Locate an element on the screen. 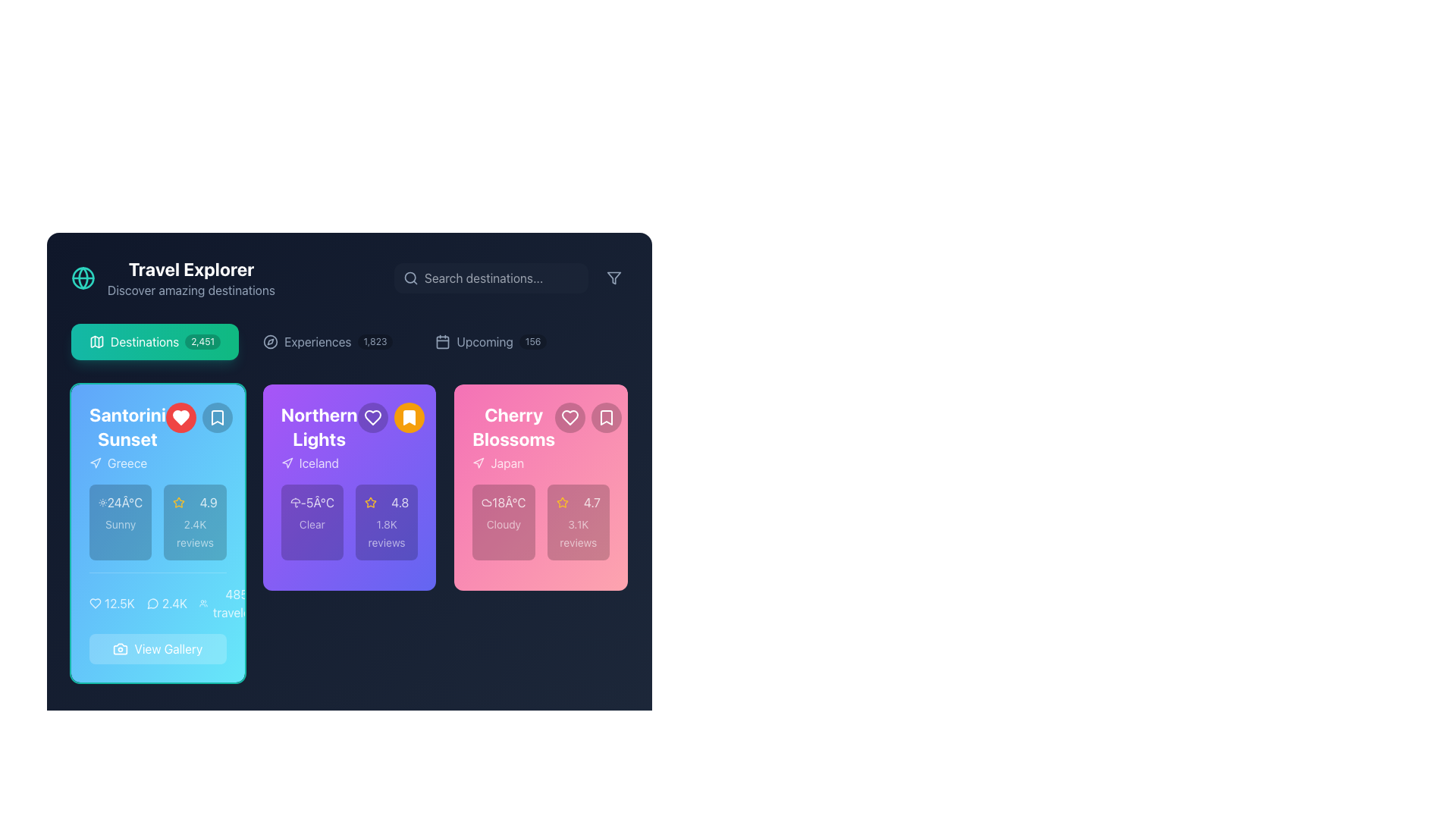 Image resolution: width=1456 pixels, height=819 pixels. the heart-shaped 'like' icon in pink hue located in the top-right section of the second card labeled 'Northern Lights' to mark the item as favorite is located at coordinates (570, 418).